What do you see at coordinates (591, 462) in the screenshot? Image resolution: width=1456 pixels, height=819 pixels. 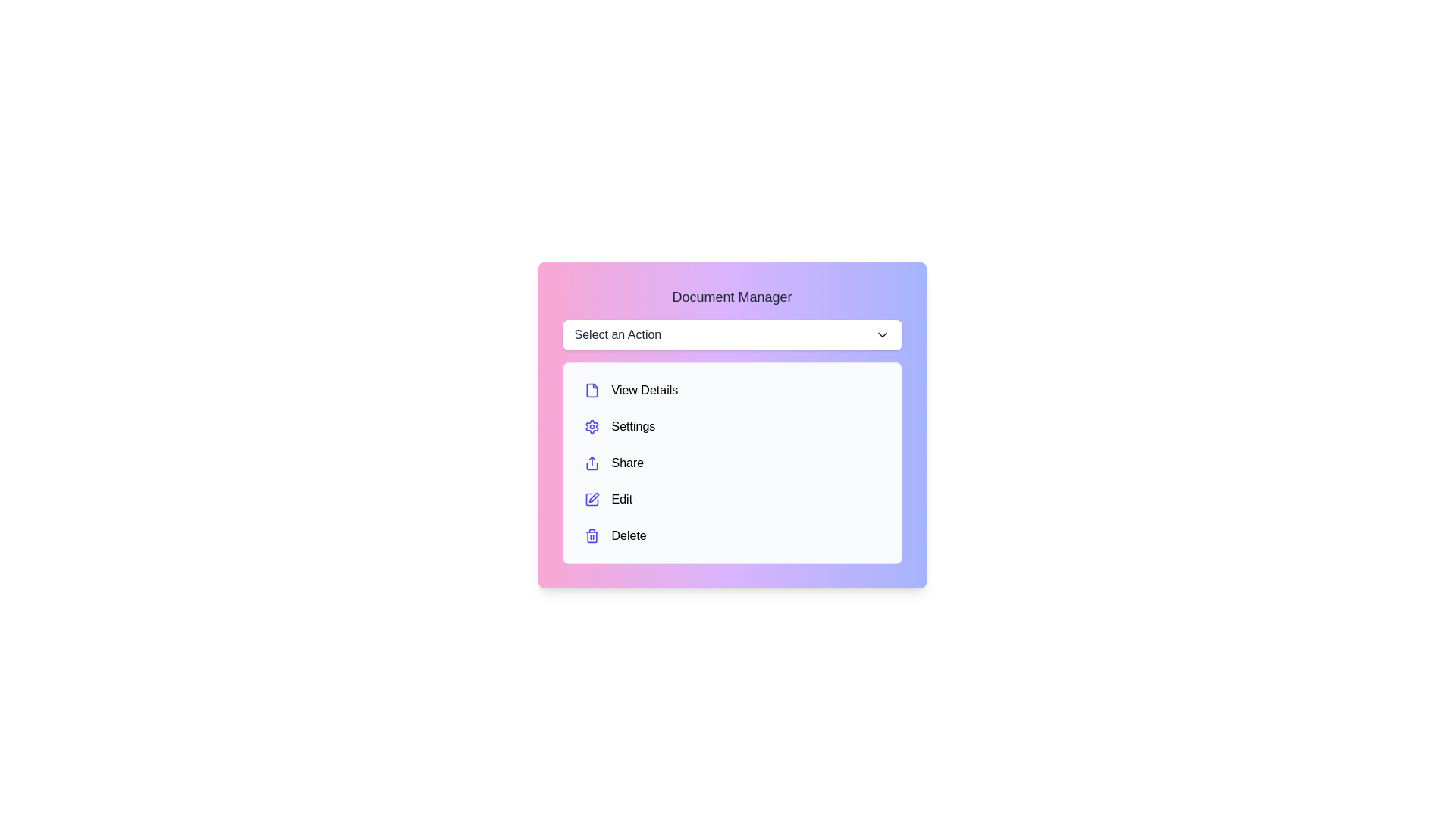 I see `the share icon, which is styled with a blue gradient and resembles an upward-pointing arrow, located within the 'Share' button and to the left of the text 'Share'` at bounding box center [591, 462].